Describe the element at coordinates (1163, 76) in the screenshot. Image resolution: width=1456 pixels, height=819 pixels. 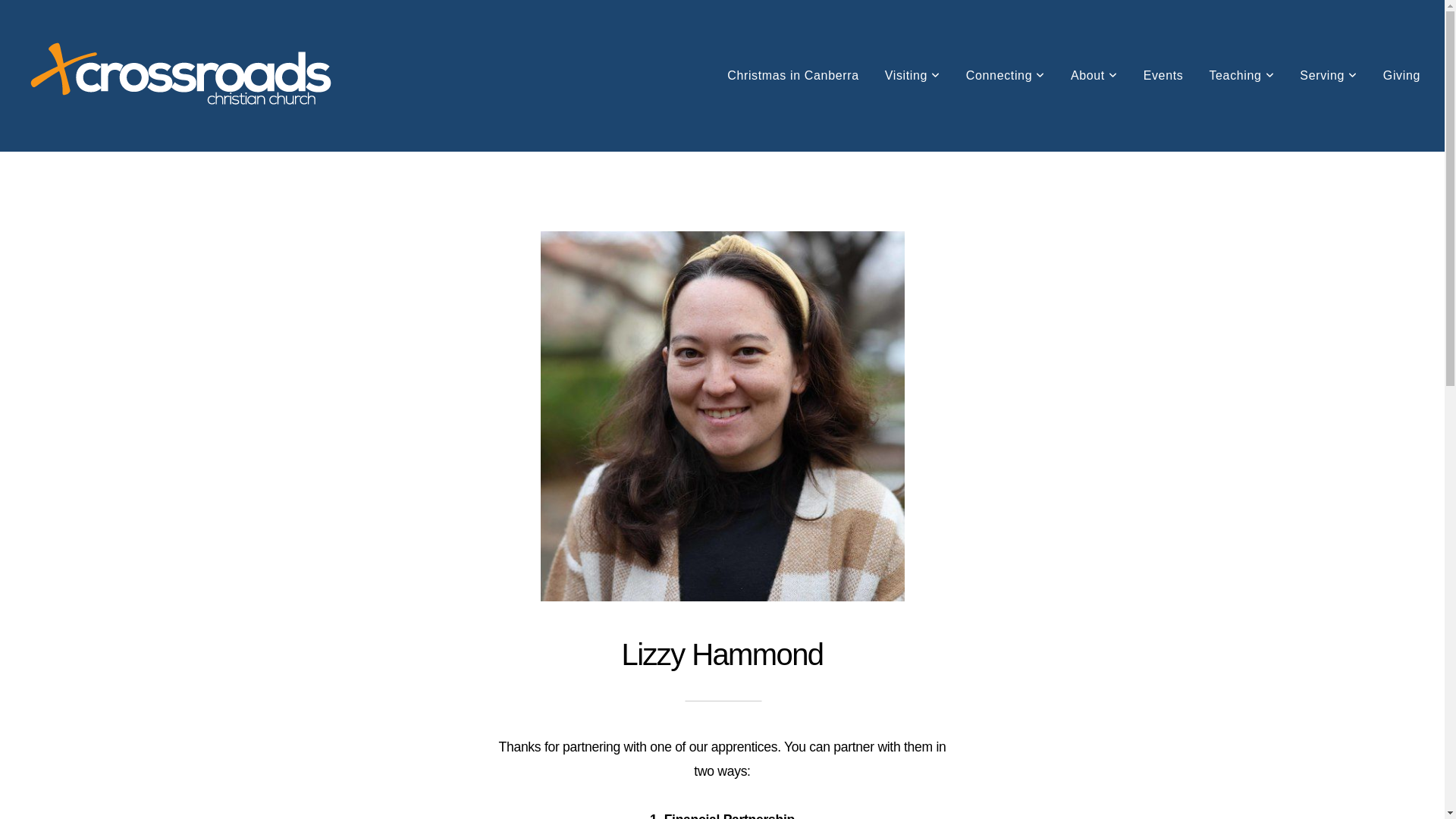
I see `'Events'` at that location.